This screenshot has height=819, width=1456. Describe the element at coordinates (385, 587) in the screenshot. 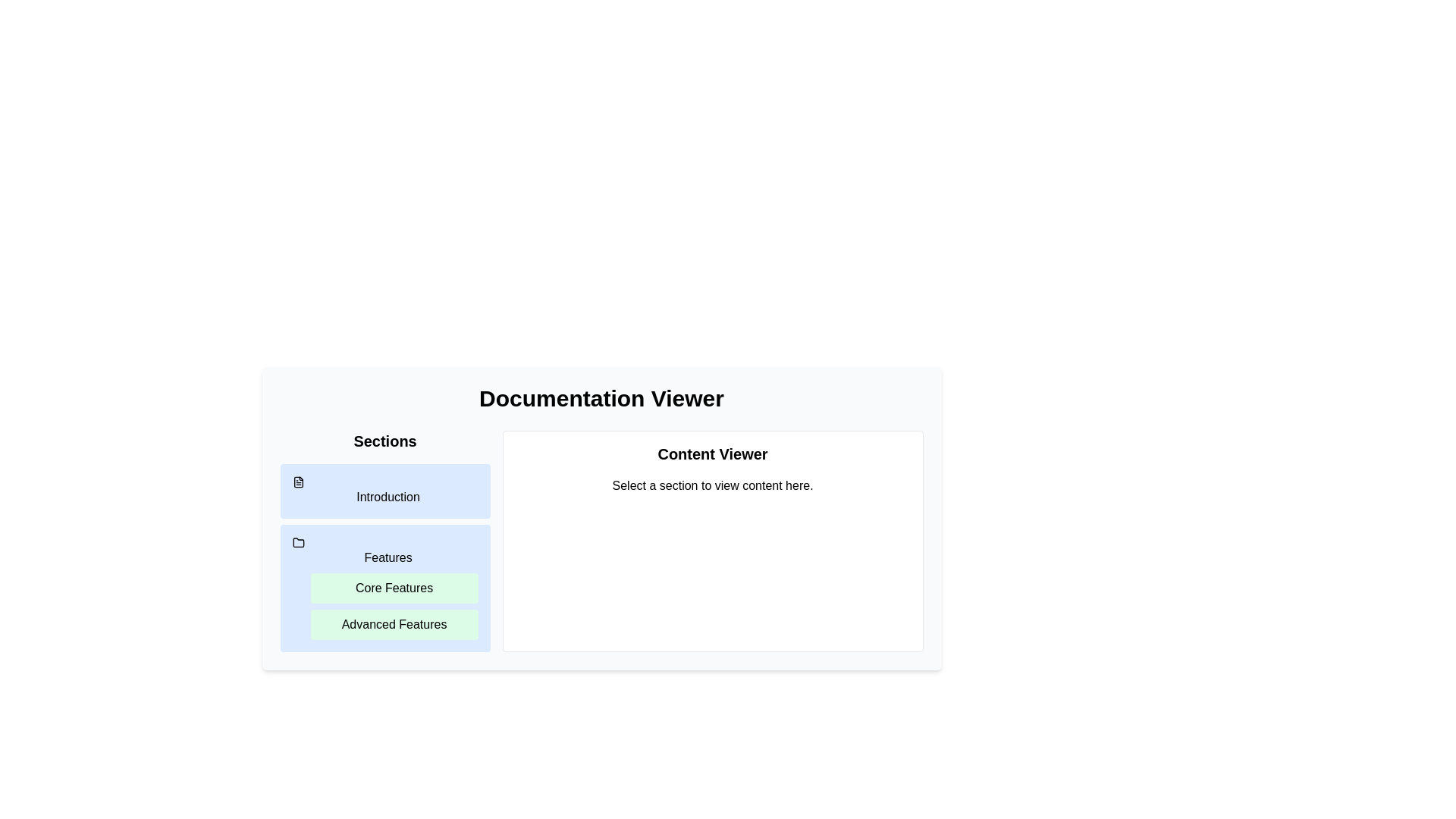

I see `the 'Core Features' button in the collapsible list item under the 'Sections' menu` at that location.